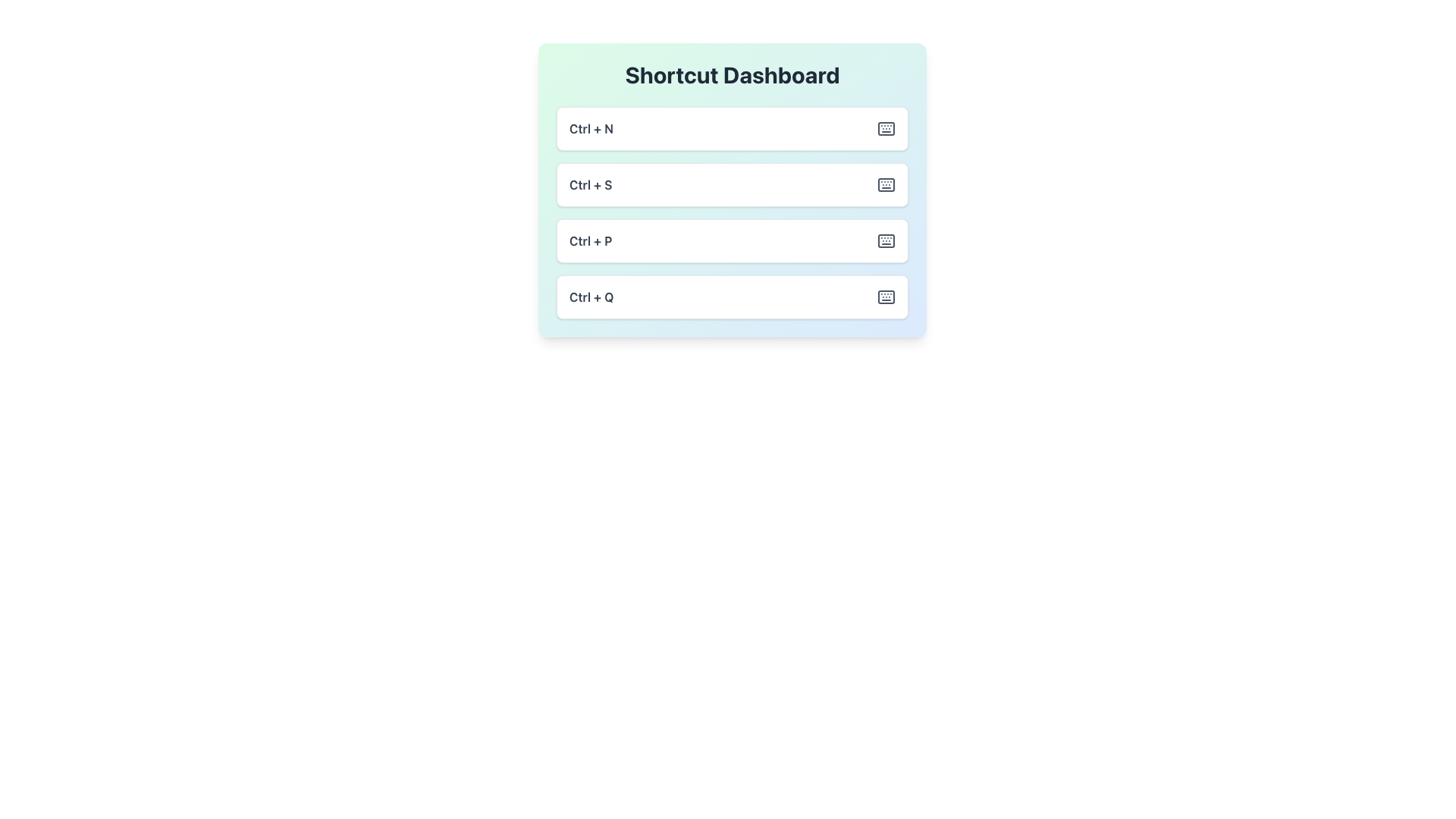 The image size is (1456, 819). I want to click on the static text label displaying 'Ctrl + P' in bold, dark-gray font, located within the third card under the 'Shortcut Dashboard', so click(590, 240).